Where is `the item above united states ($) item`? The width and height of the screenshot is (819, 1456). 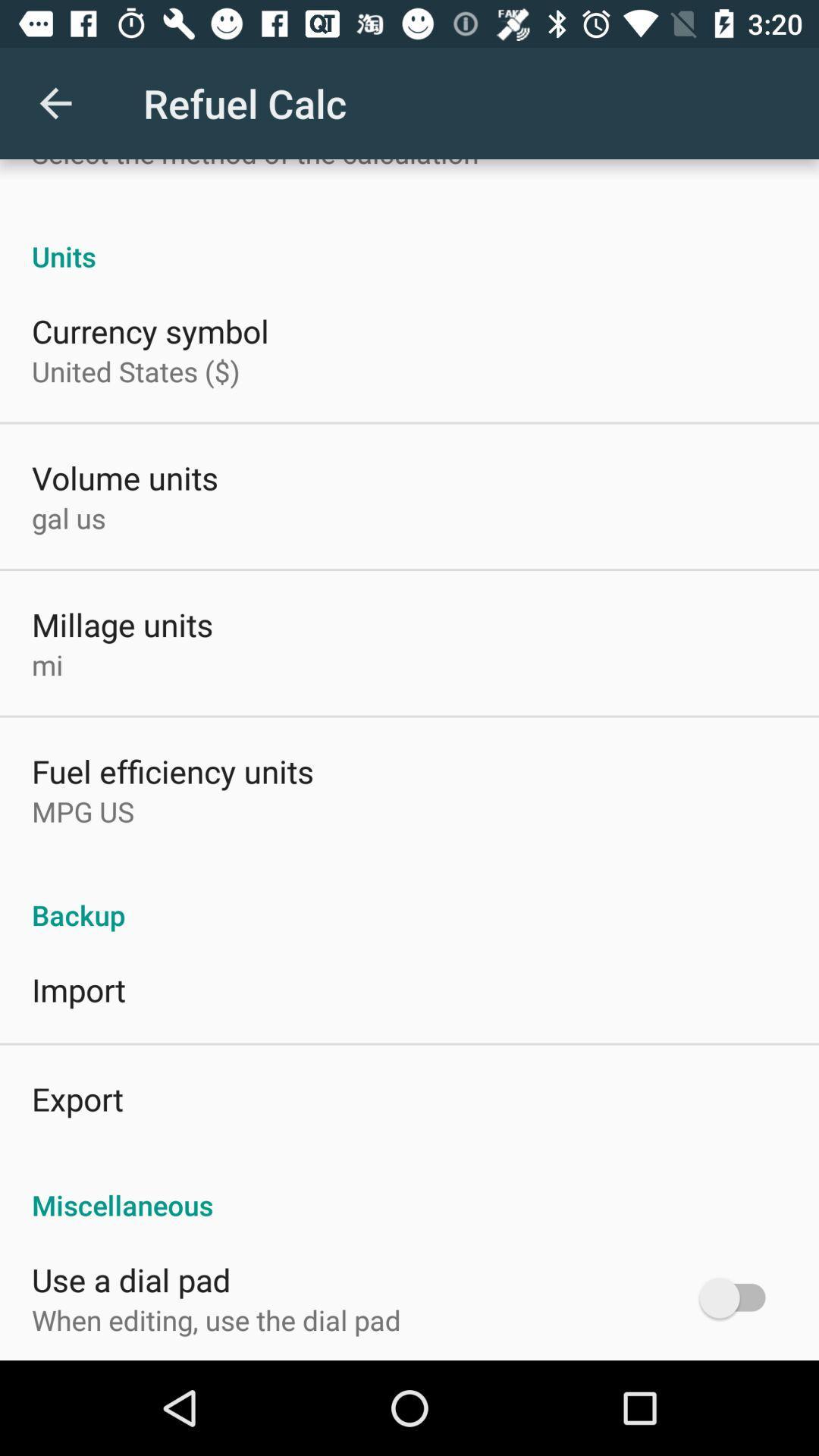
the item above united states ($) item is located at coordinates (150, 330).